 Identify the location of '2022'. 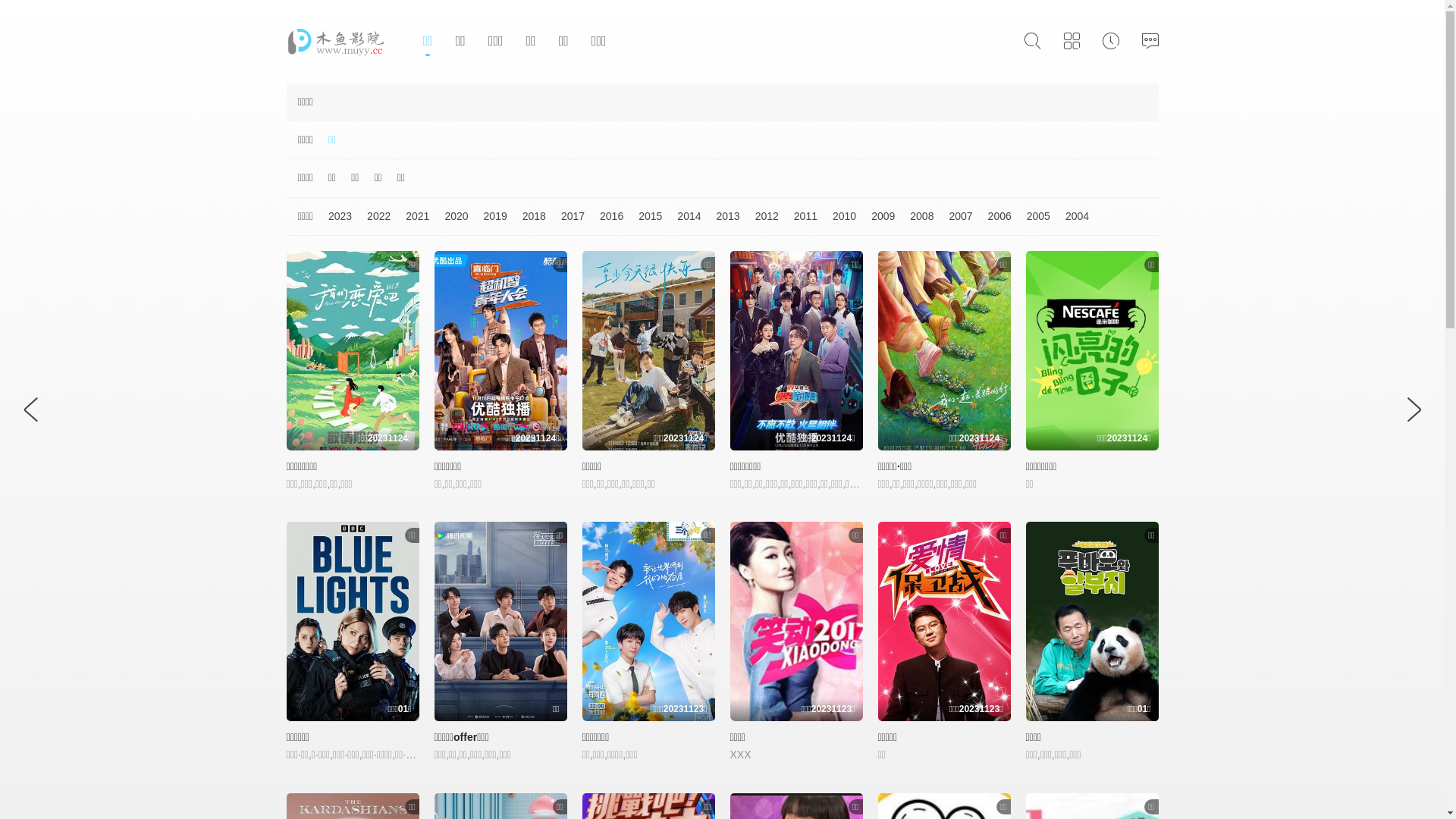
(371, 216).